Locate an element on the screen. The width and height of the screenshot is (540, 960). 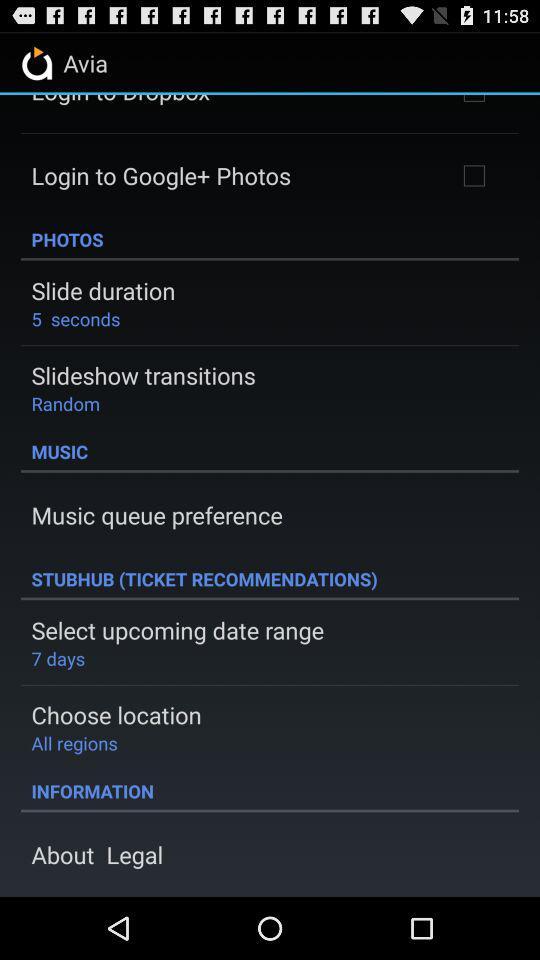
the 7 days item is located at coordinates (58, 657).